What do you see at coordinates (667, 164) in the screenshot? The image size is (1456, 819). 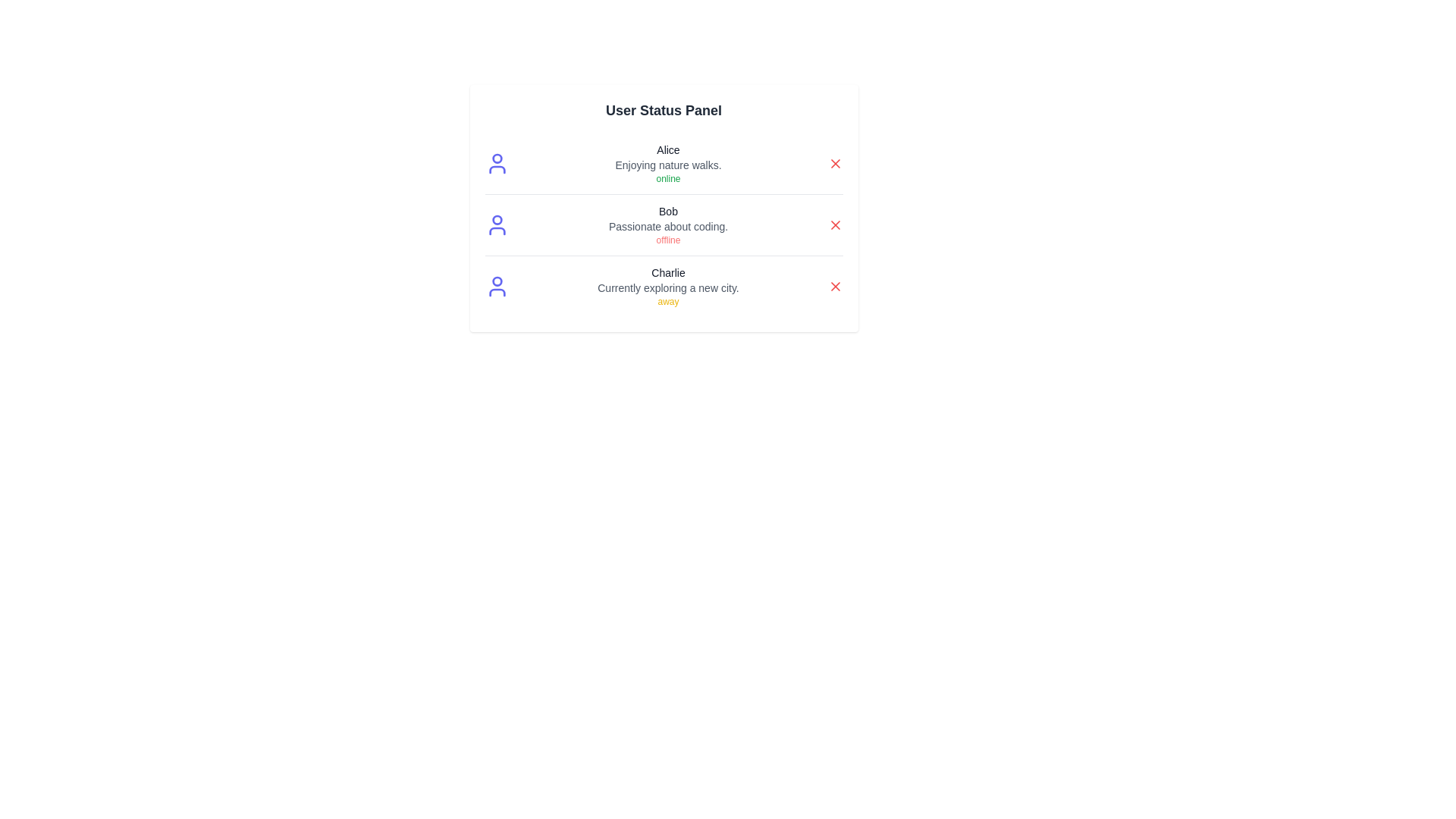 I see `the label displaying the user's name 'Alice', status message 'Enjoying nature walks.', and online status 'online'` at bounding box center [667, 164].